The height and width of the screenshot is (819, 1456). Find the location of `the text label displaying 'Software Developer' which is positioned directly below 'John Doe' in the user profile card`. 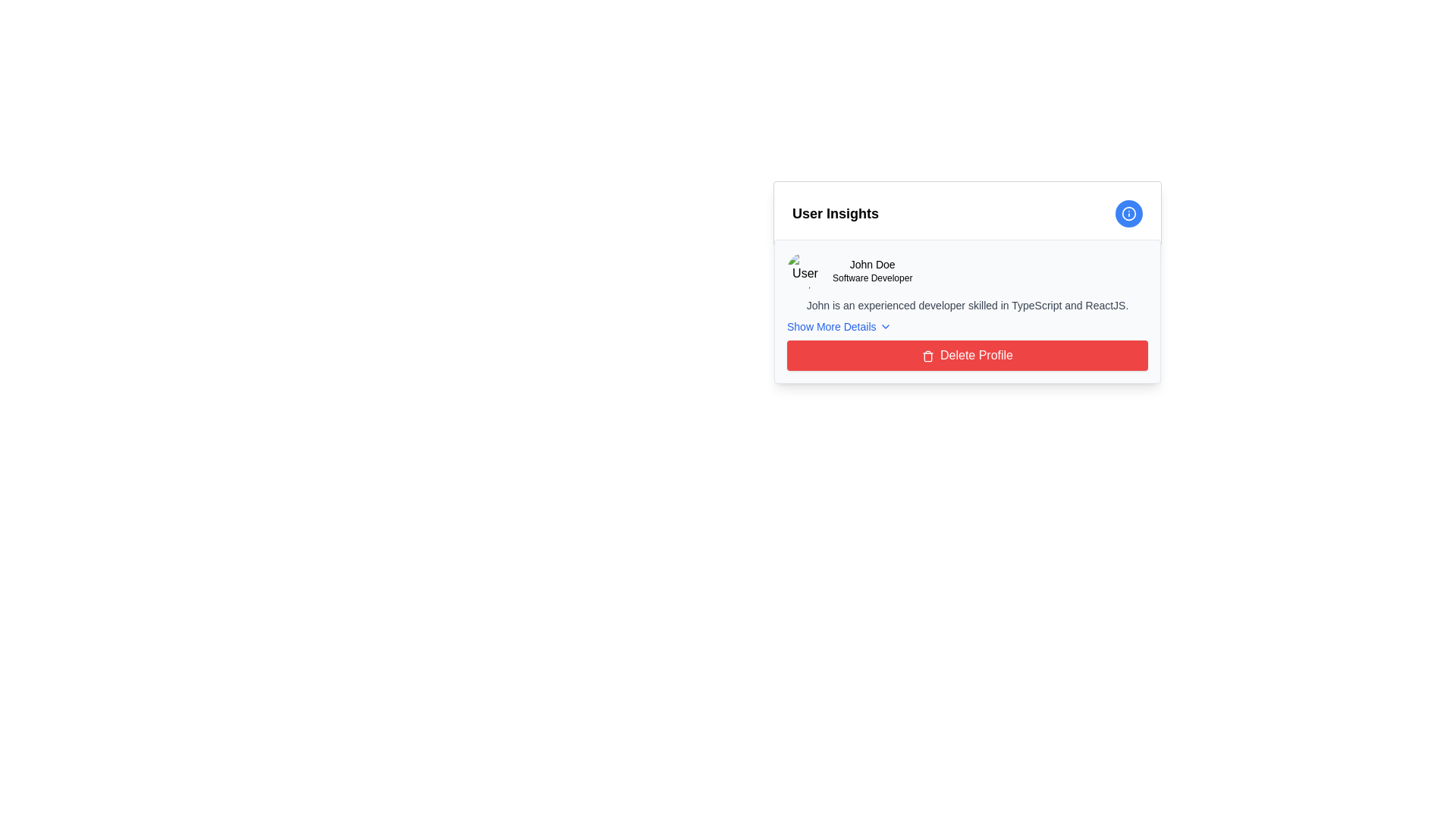

the text label displaying 'Software Developer' which is positioned directly below 'John Doe' in the user profile card is located at coordinates (872, 278).